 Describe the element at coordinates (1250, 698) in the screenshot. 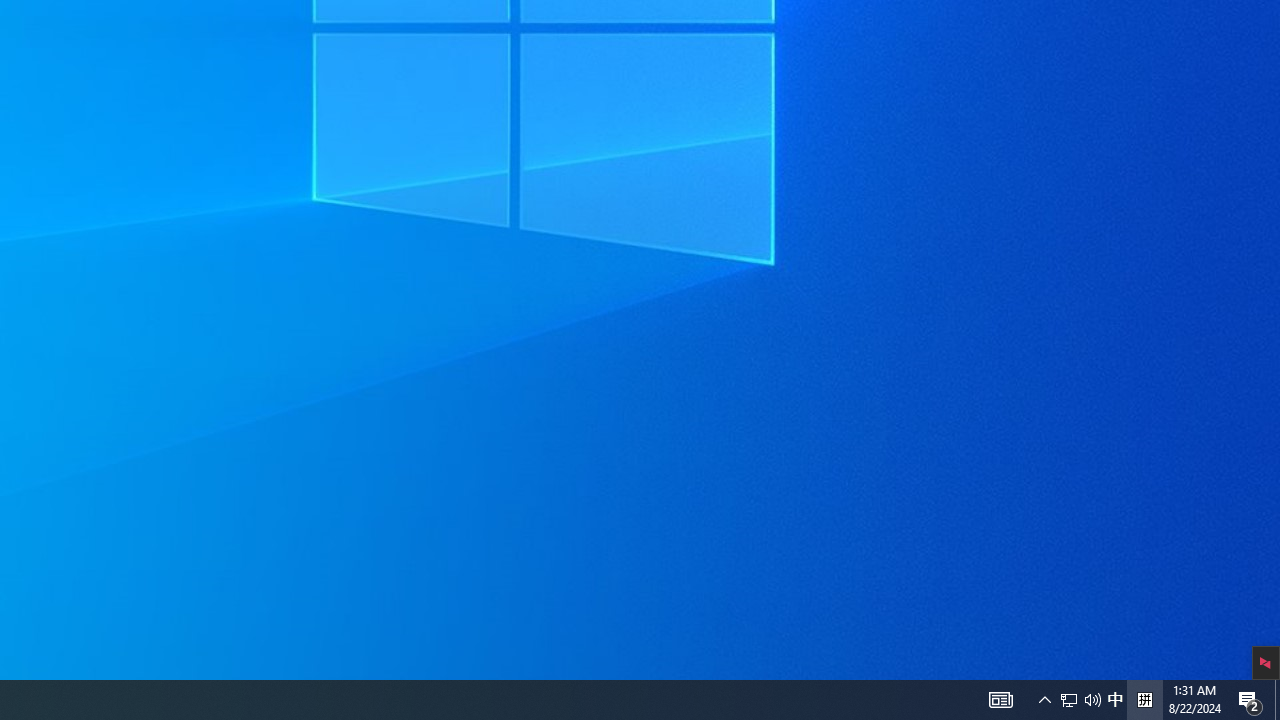

I see `'Action Center, 2 new notifications'` at that location.